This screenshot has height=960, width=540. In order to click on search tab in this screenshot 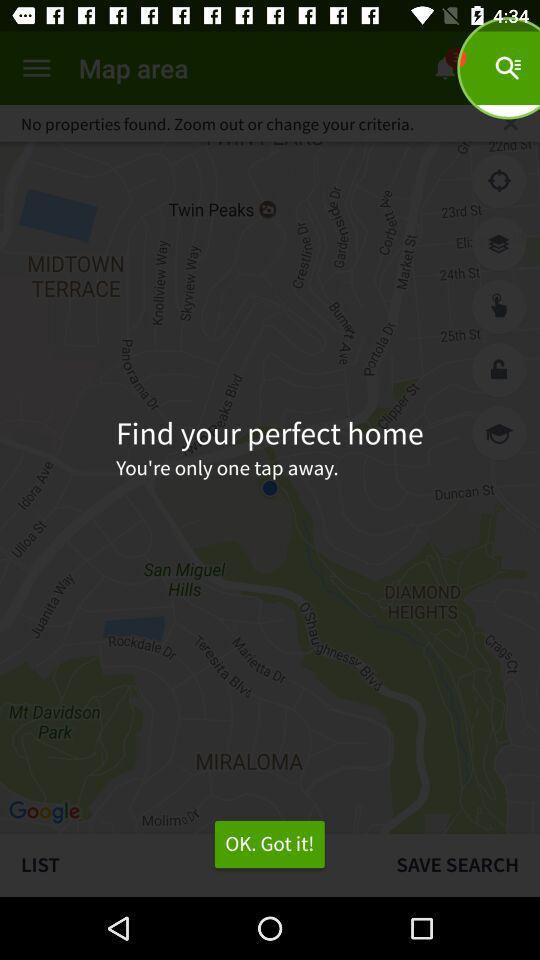, I will do `click(510, 122)`.